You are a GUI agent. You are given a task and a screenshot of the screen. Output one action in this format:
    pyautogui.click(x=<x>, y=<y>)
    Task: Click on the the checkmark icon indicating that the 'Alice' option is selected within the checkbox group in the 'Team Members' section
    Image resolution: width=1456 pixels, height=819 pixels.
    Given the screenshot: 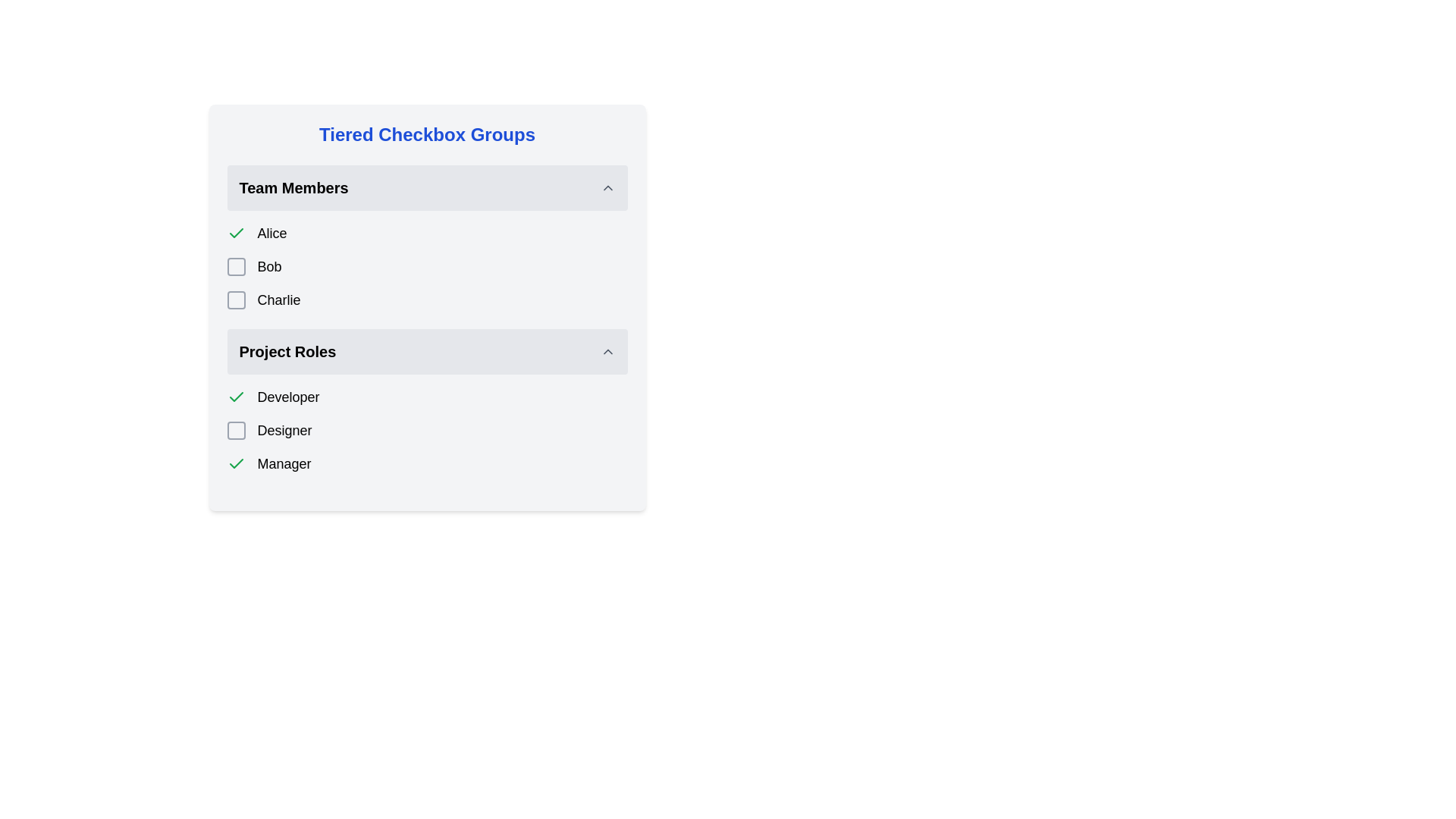 What is the action you would take?
    pyautogui.click(x=235, y=396)
    